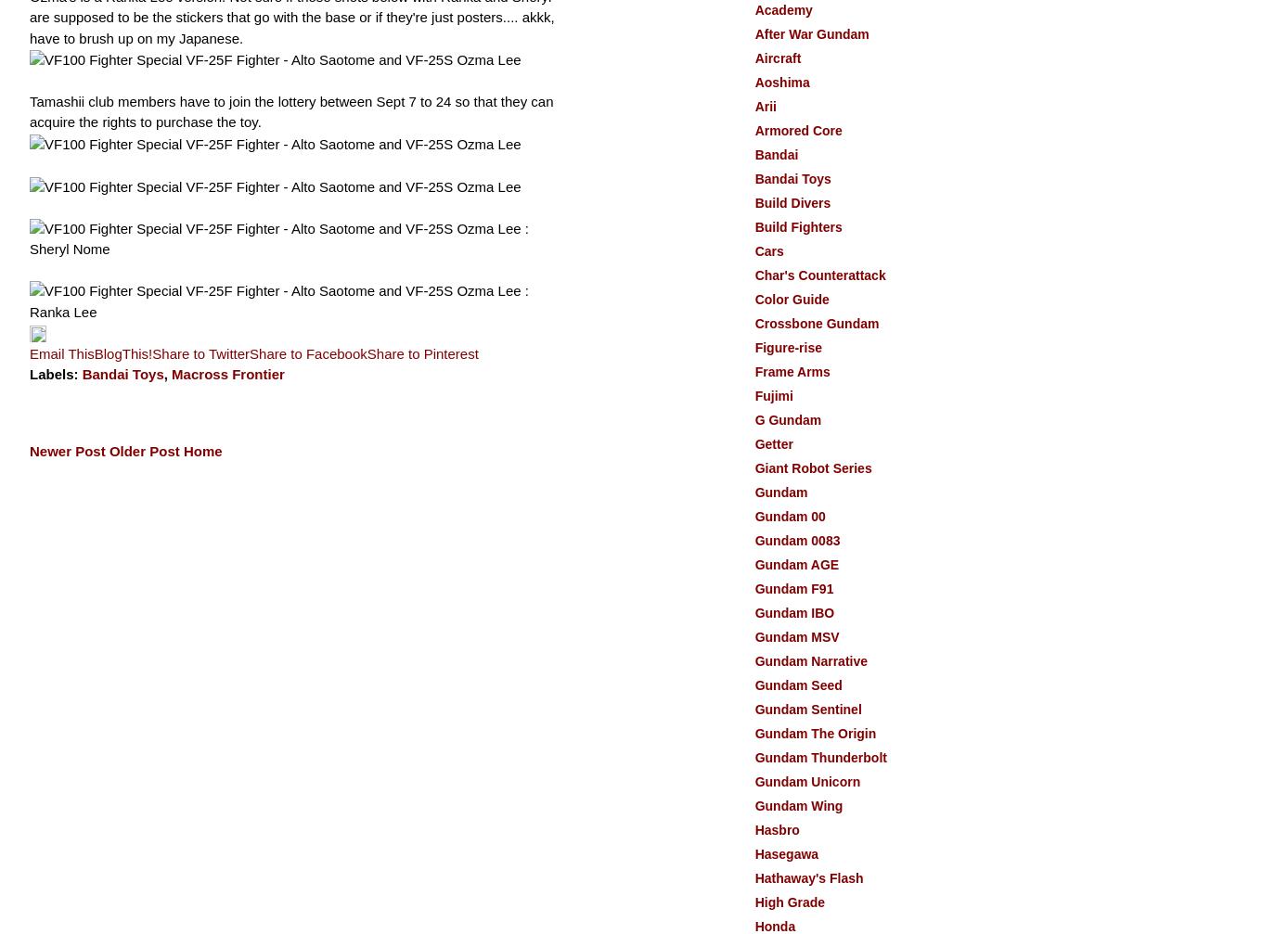 The width and height of the screenshot is (1288, 934). What do you see at coordinates (796, 635) in the screenshot?
I see `'Gundam MSV'` at bounding box center [796, 635].